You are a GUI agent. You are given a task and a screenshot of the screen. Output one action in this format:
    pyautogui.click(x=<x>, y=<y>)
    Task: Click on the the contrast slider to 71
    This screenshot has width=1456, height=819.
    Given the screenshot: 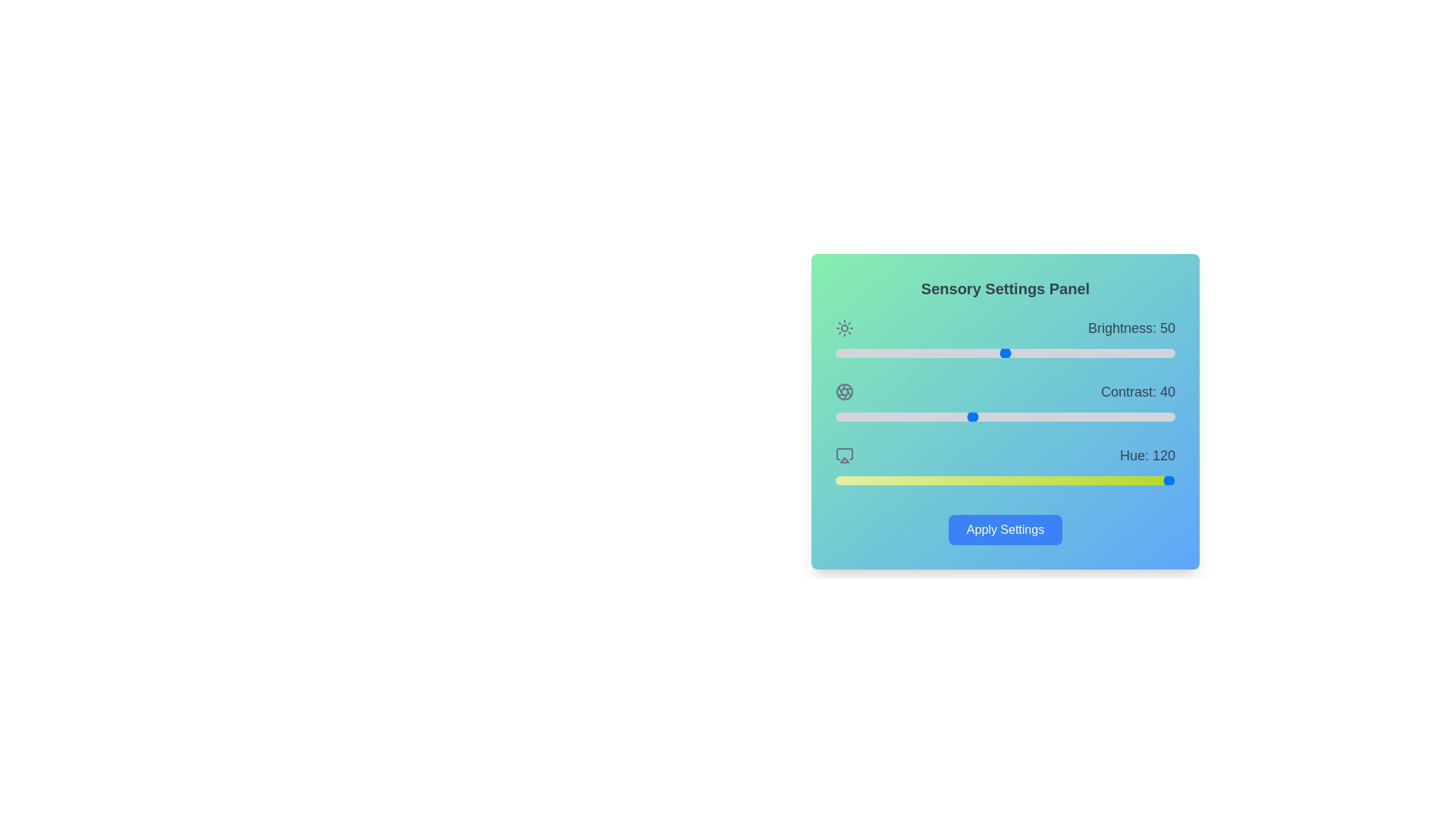 What is the action you would take?
    pyautogui.click(x=1076, y=417)
    